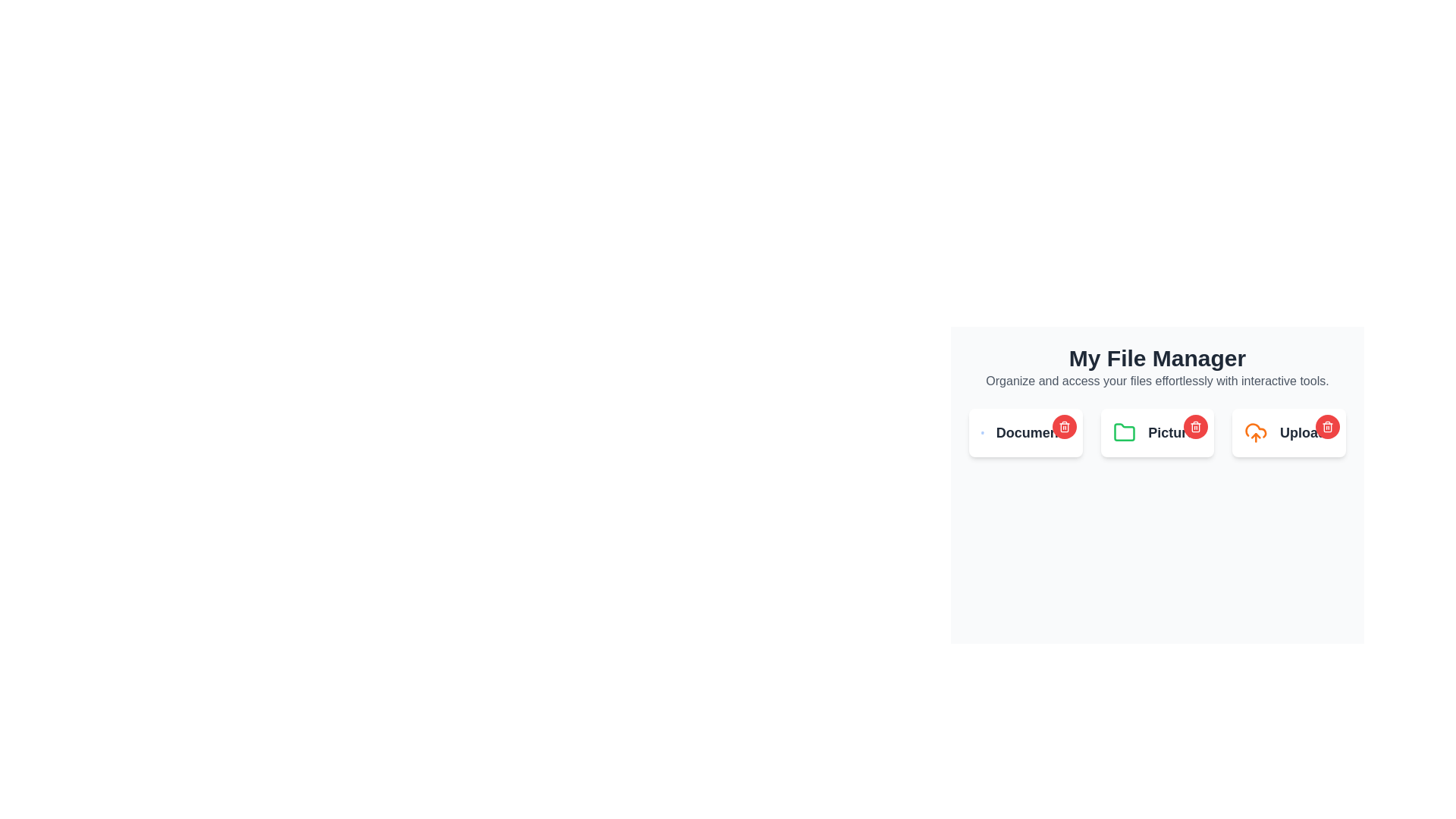  I want to click on the delete icon button located at the top right corner of the 'Picture' label in the file manager, so click(1195, 427).